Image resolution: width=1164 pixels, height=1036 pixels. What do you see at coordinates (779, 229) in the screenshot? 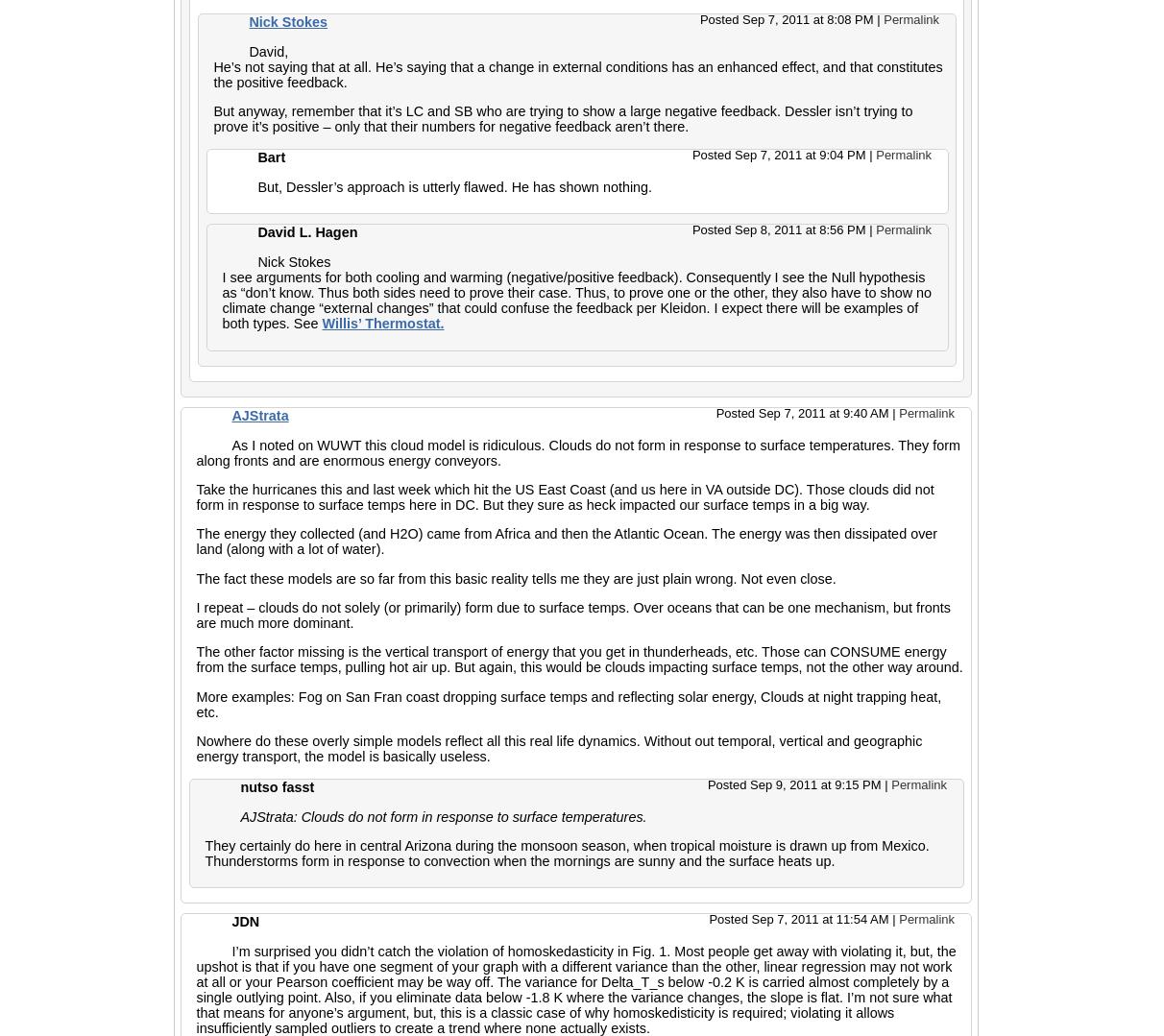
I see `'Posted Sep 8, 2011 at 8:56 PM'` at bounding box center [779, 229].